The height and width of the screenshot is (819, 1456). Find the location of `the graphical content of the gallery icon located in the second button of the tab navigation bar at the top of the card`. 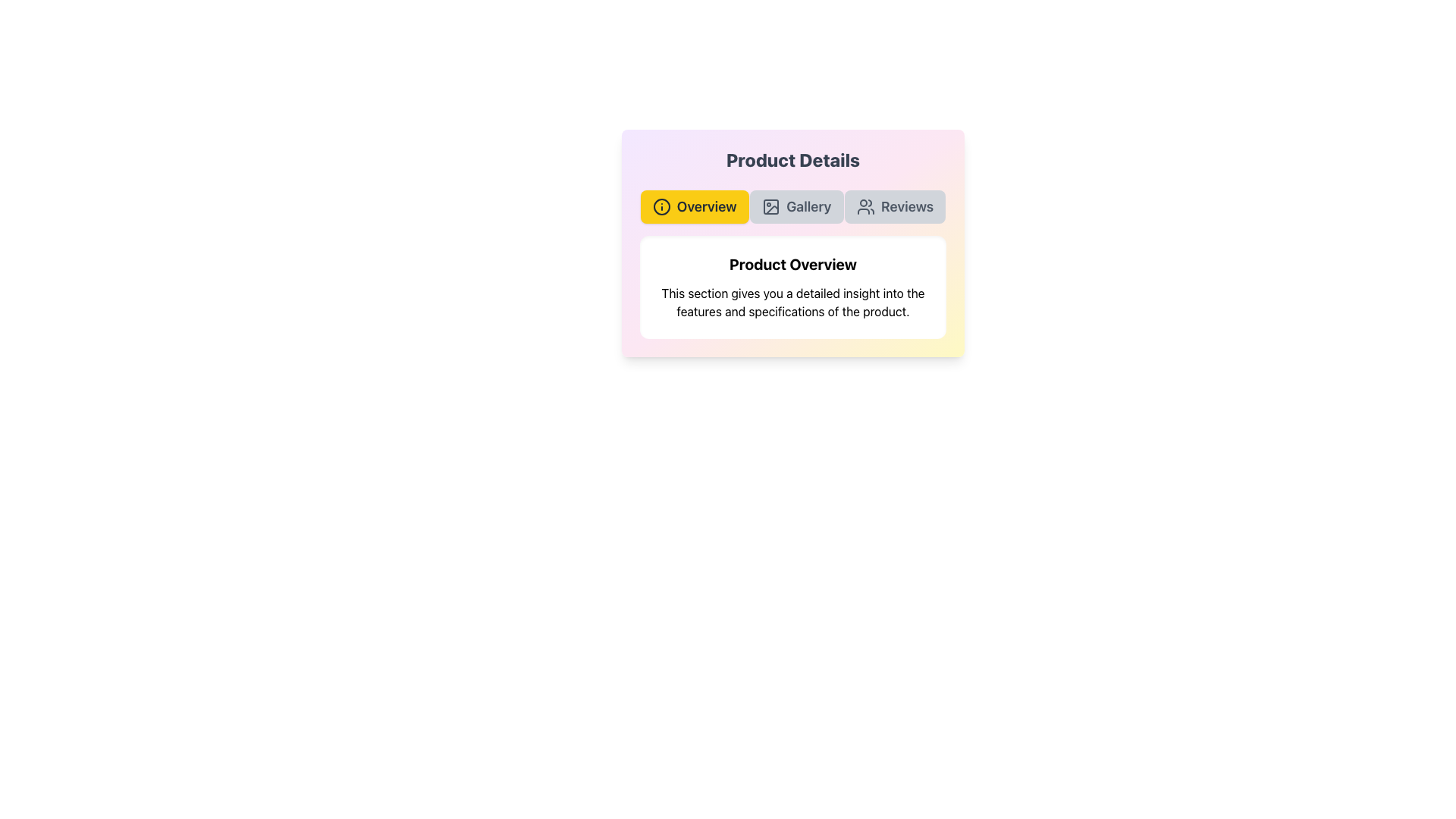

the graphical content of the gallery icon located in the second button of the tab navigation bar at the top of the card is located at coordinates (772, 210).